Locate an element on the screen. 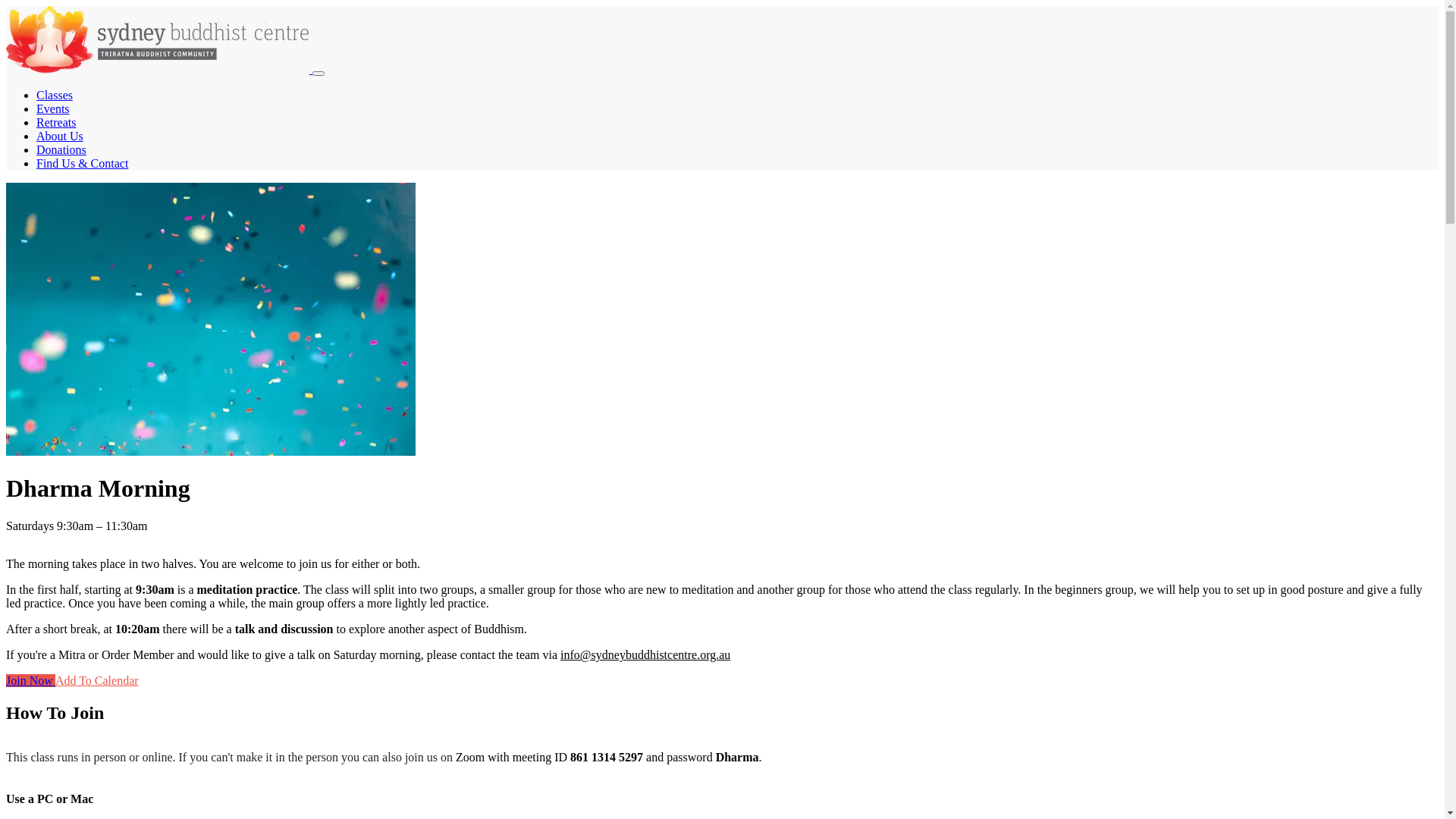 Image resolution: width=1456 pixels, height=819 pixels. 'info@sydneybuddhistcentre.org.au' is located at coordinates (645, 654).